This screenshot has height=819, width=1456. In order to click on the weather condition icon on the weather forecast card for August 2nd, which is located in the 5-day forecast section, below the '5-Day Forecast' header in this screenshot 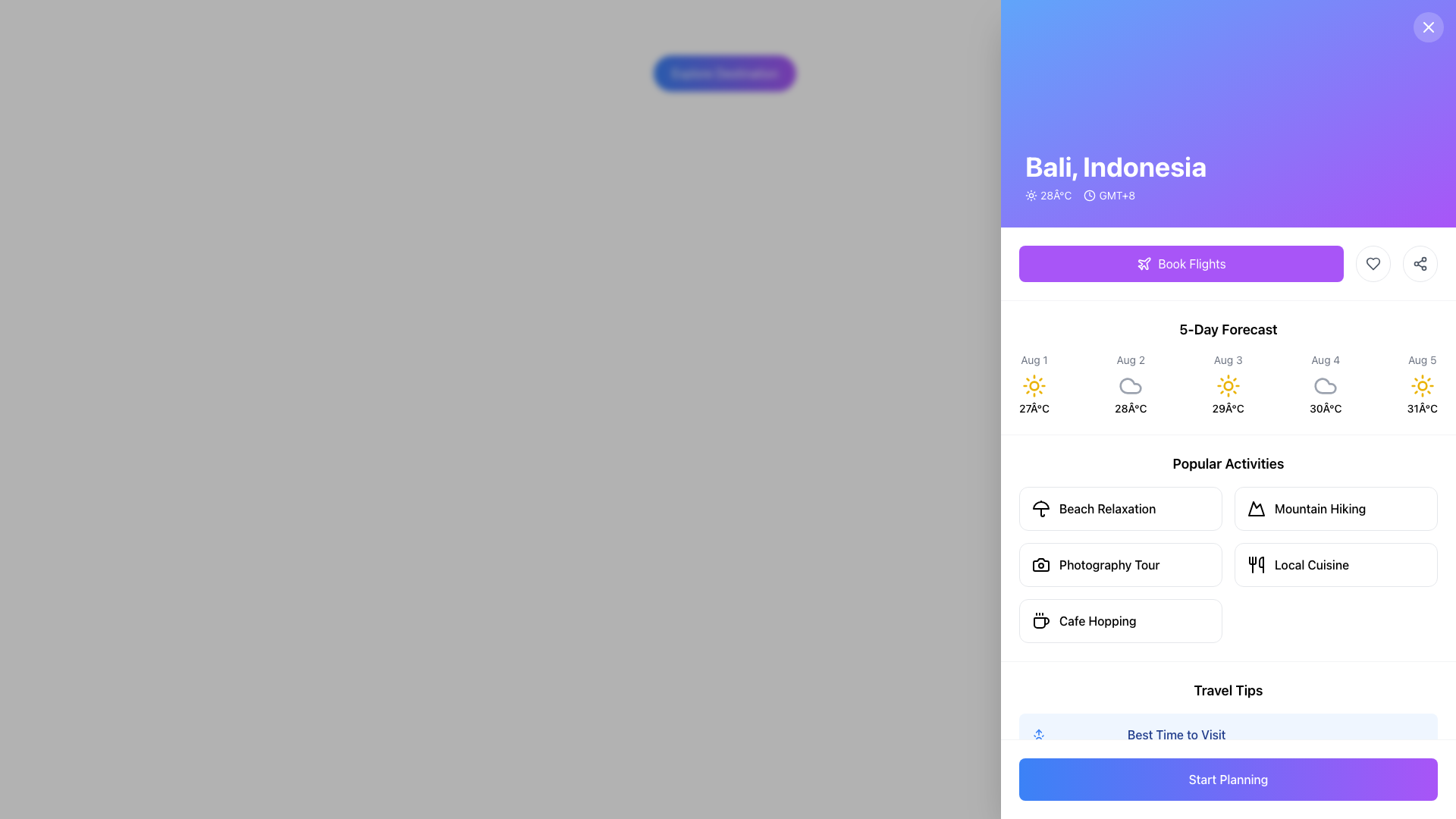, I will do `click(1131, 383)`.